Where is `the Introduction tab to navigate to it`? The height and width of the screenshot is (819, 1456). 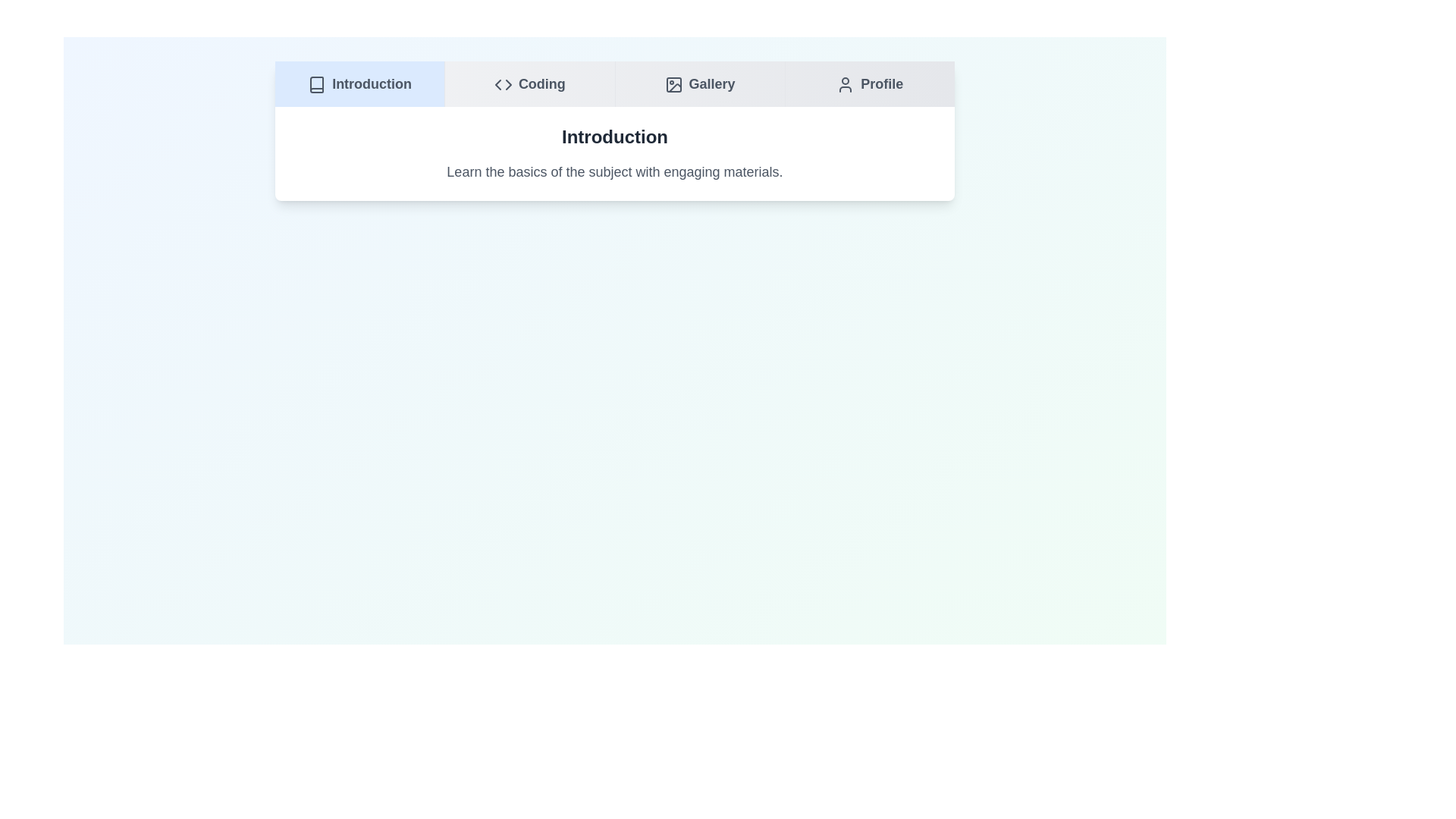 the Introduction tab to navigate to it is located at coordinates (359, 84).